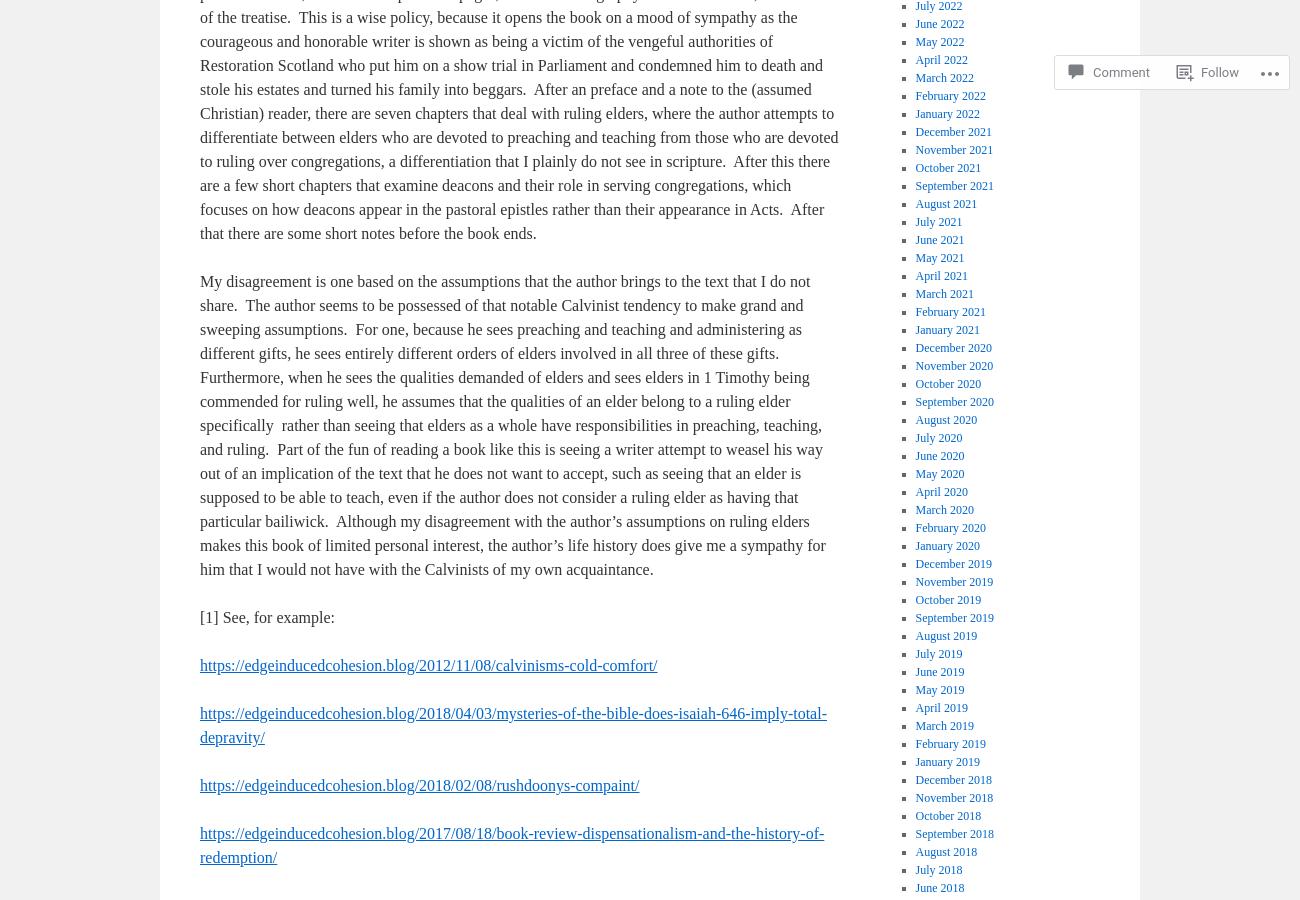  Describe the element at coordinates (939, 672) in the screenshot. I see `'June 2019'` at that location.